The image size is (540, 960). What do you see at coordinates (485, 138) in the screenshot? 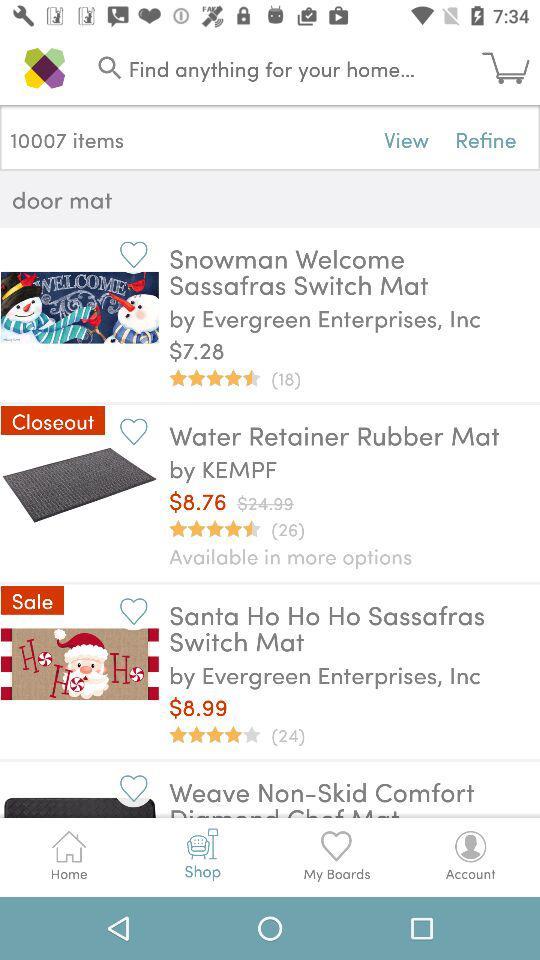
I see `the option refine which is on the top right of the screen` at bounding box center [485, 138].